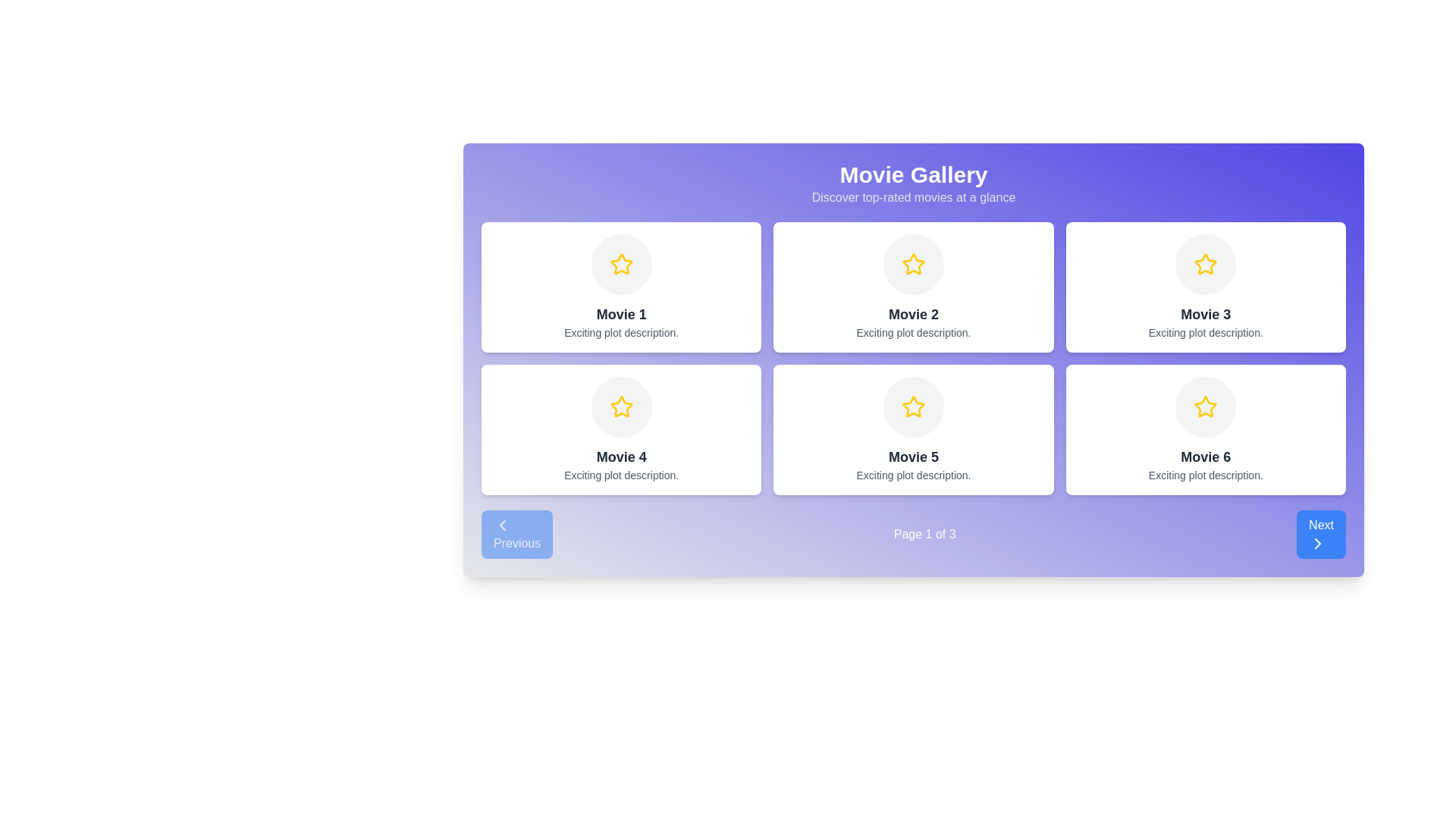 The height and width of the screenshot is (819, 1456). I want to click on the yellow star-shaped icon, which is the centered star icon under the 'Movie 2' card in the second column of the first row in the displayed grid layout, so click(912, 263).